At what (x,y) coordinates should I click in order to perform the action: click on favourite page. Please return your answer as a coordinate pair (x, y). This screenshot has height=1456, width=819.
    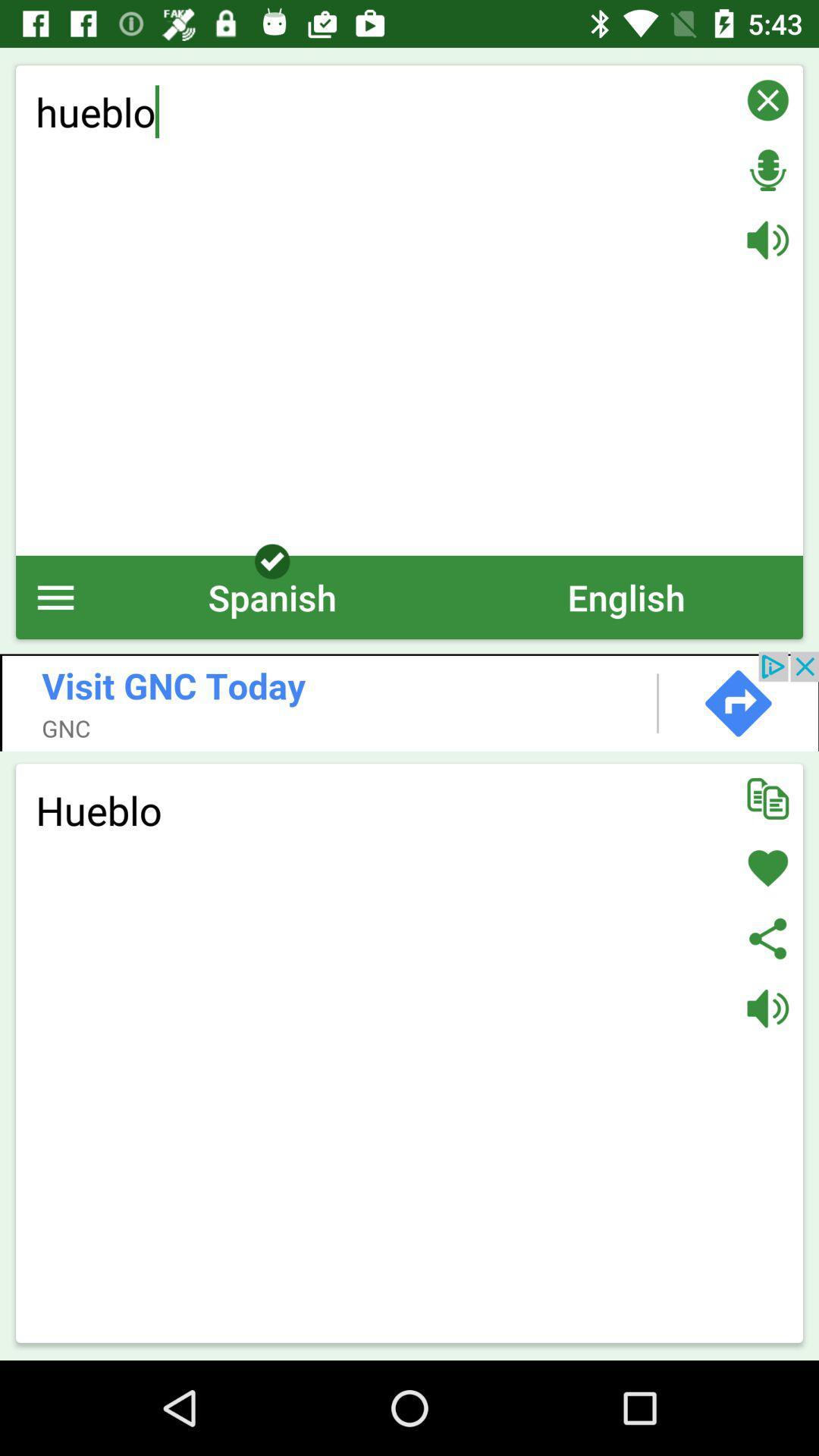
    Looking at the image, I should click on (767, 868).